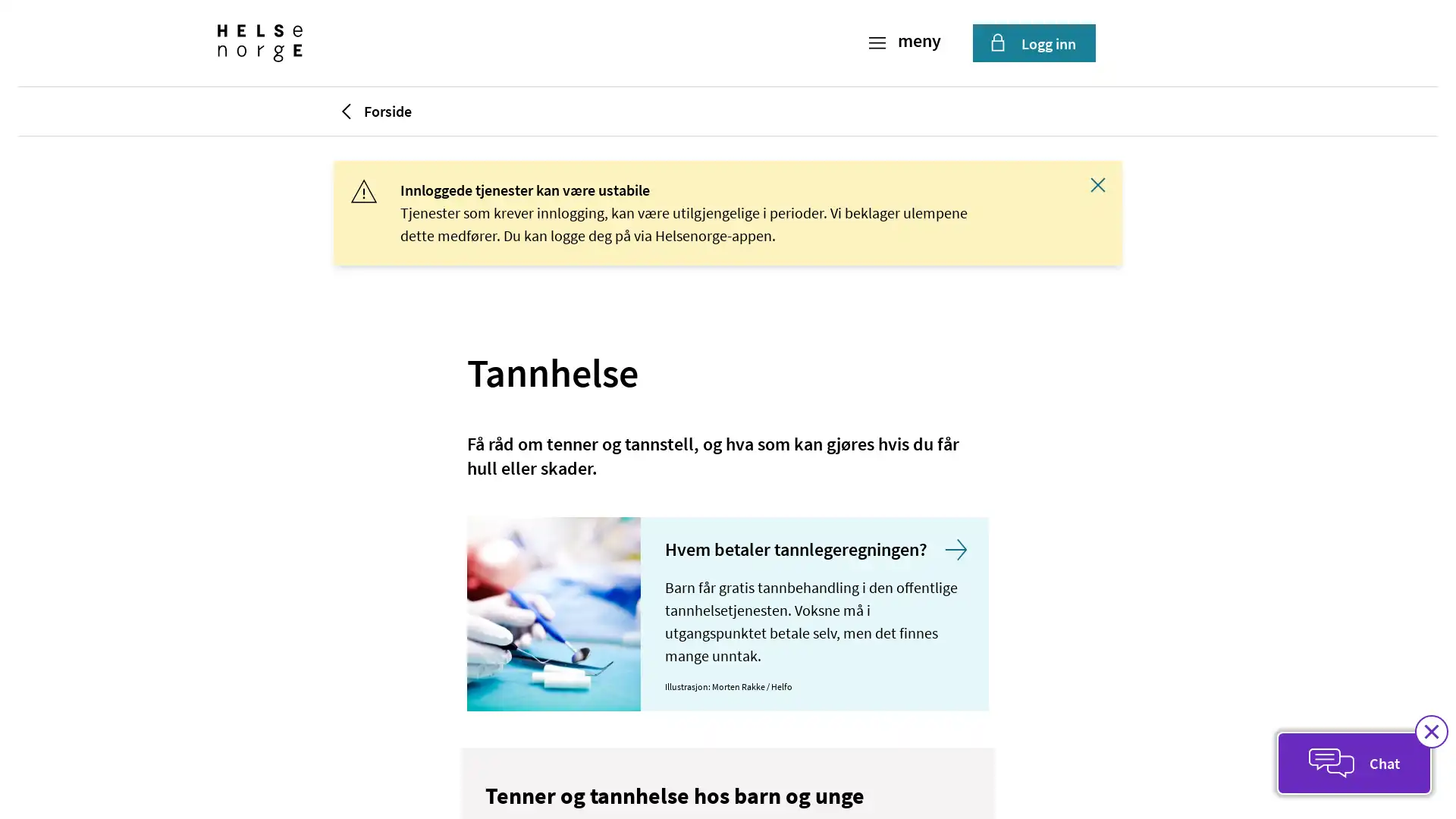 This screenshot has height=819, width=1456. I want to click on Chat, so click(1354, 763).